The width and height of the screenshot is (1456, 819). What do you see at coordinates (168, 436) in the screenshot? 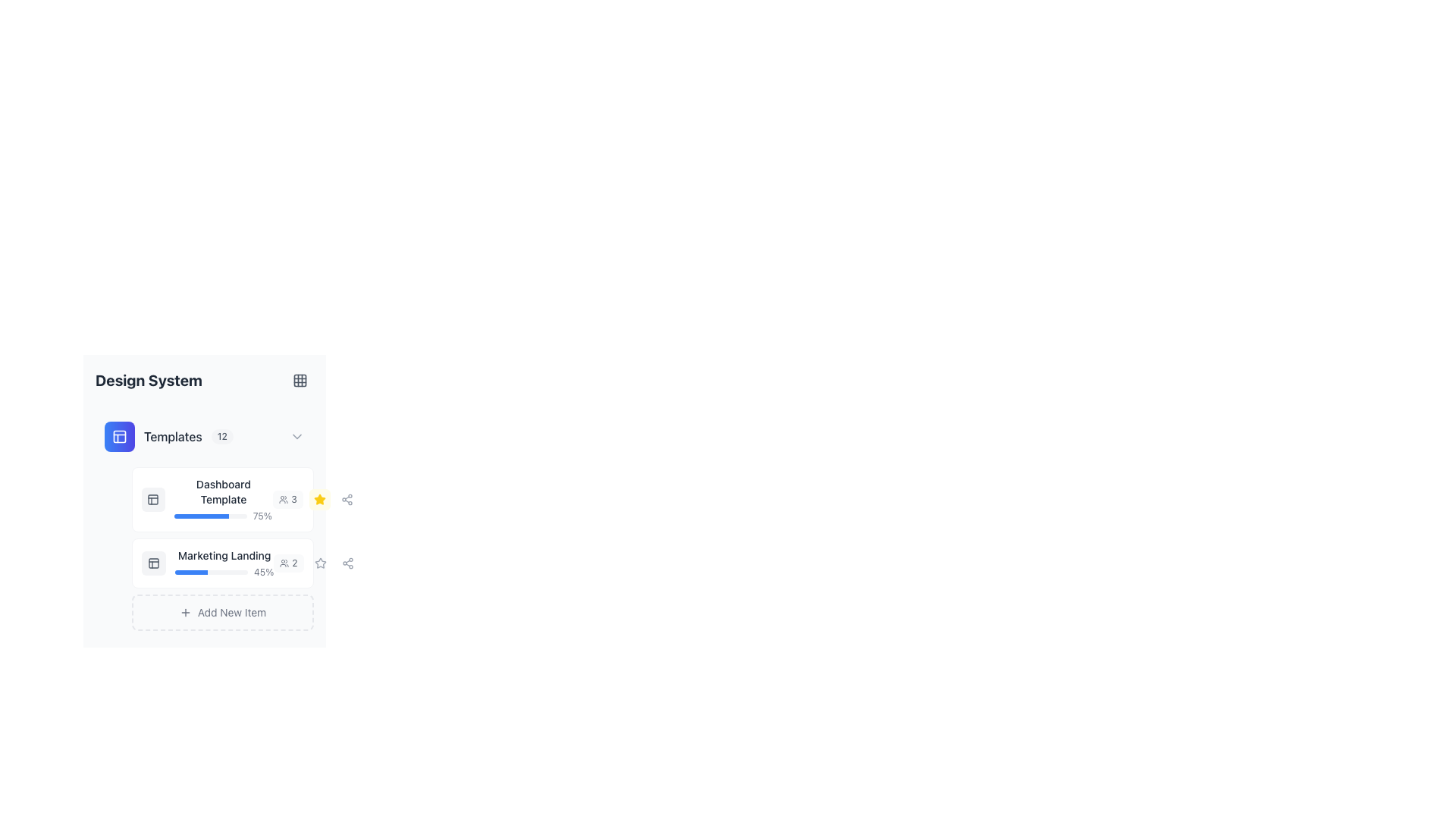
I see `the 'Templates' button in the sidebar under 'Design System'` at bounding box center [168, 436].